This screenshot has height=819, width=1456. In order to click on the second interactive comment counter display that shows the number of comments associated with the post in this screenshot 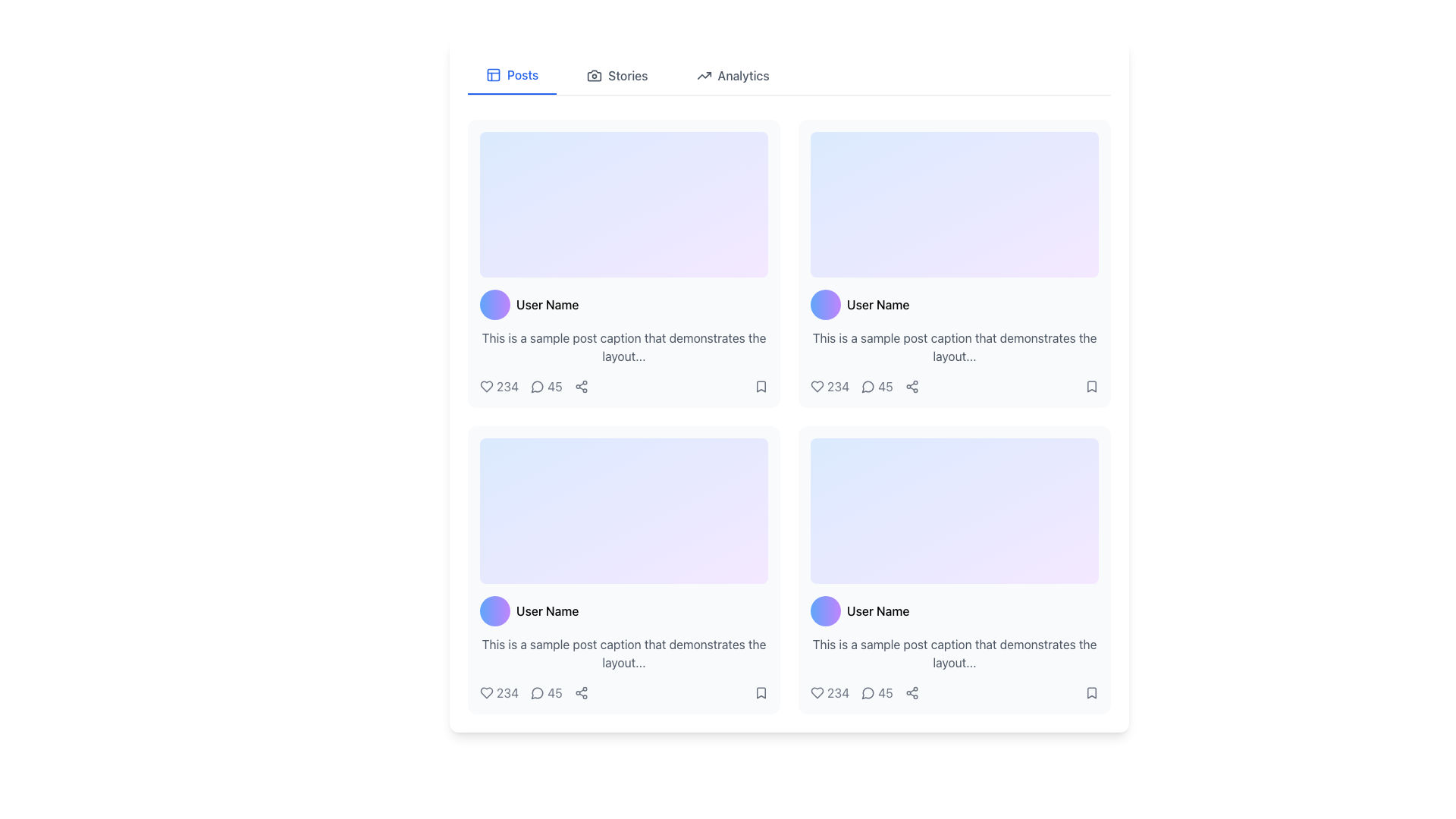, I will do `click(546, 385)`.